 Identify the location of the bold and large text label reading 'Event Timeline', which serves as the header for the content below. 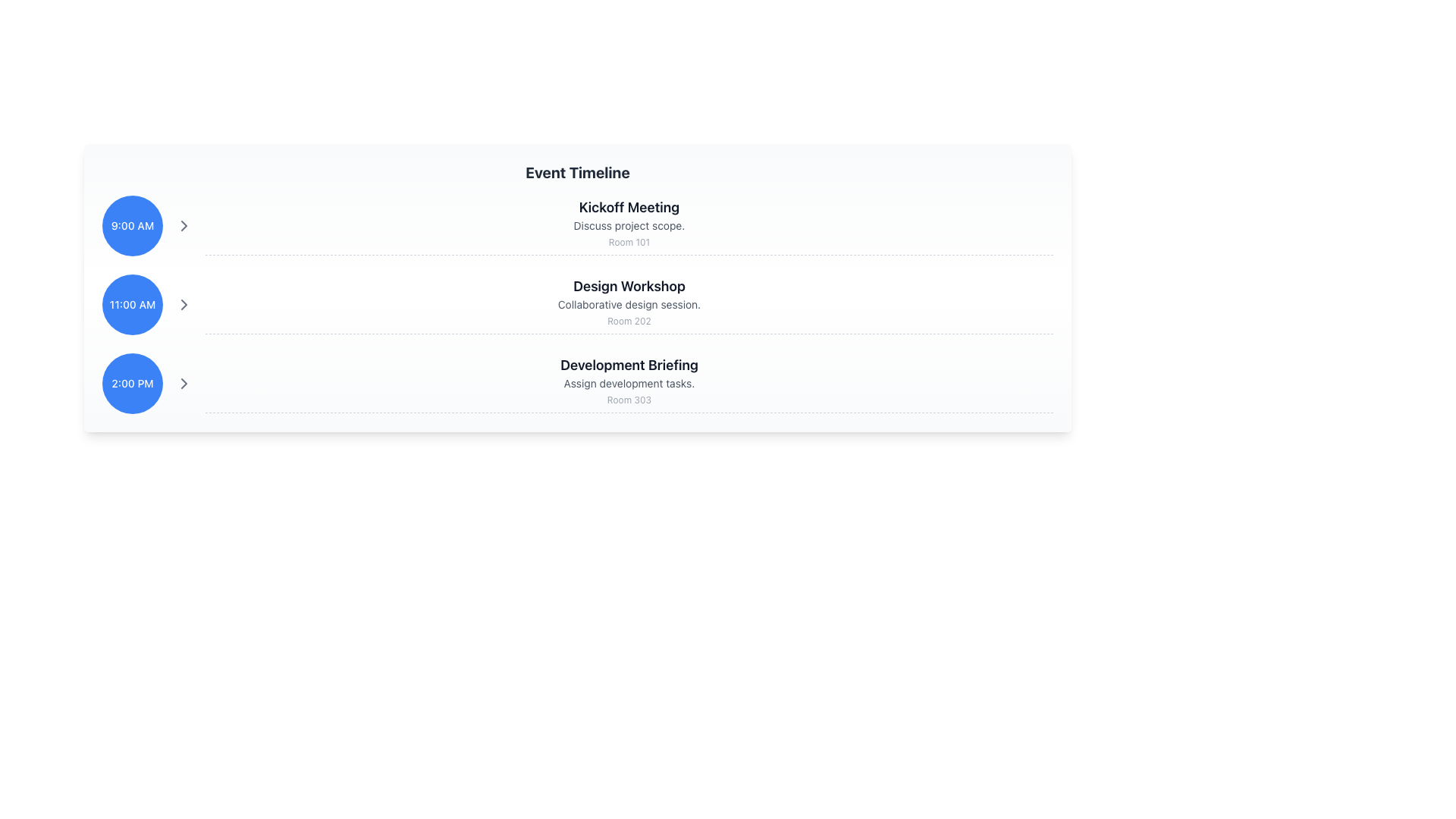
(577, 171).